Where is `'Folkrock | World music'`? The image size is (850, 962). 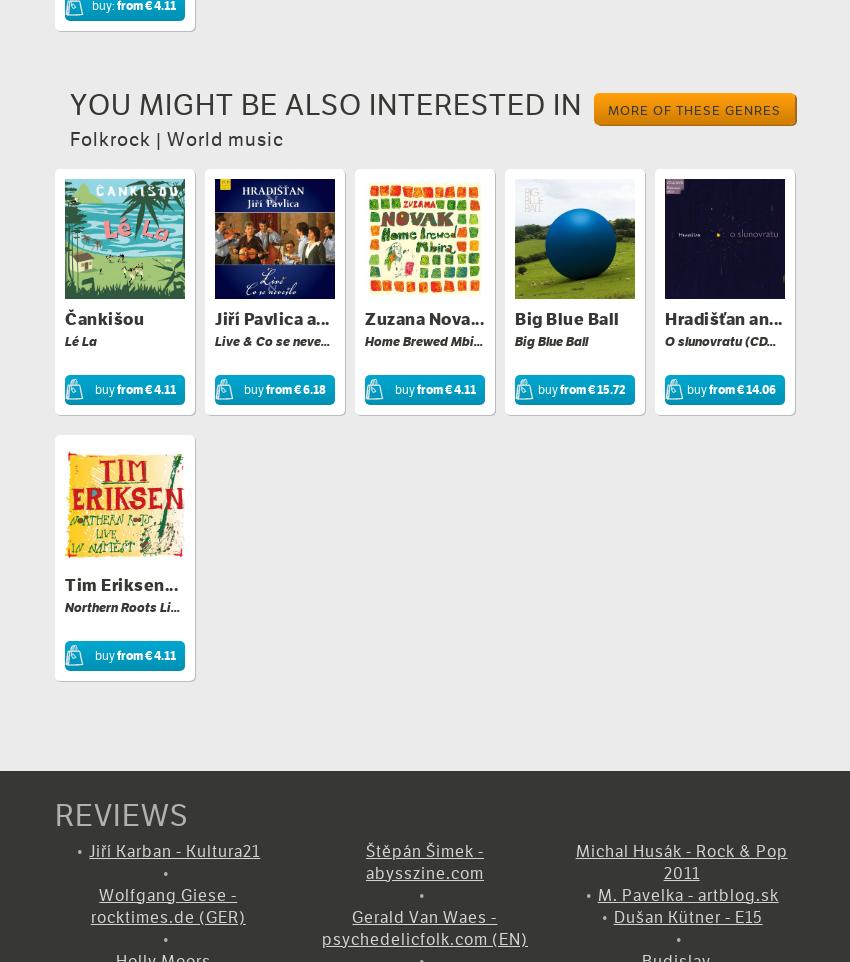 'Folkrock | World music' is located at coordinates (175, 137).